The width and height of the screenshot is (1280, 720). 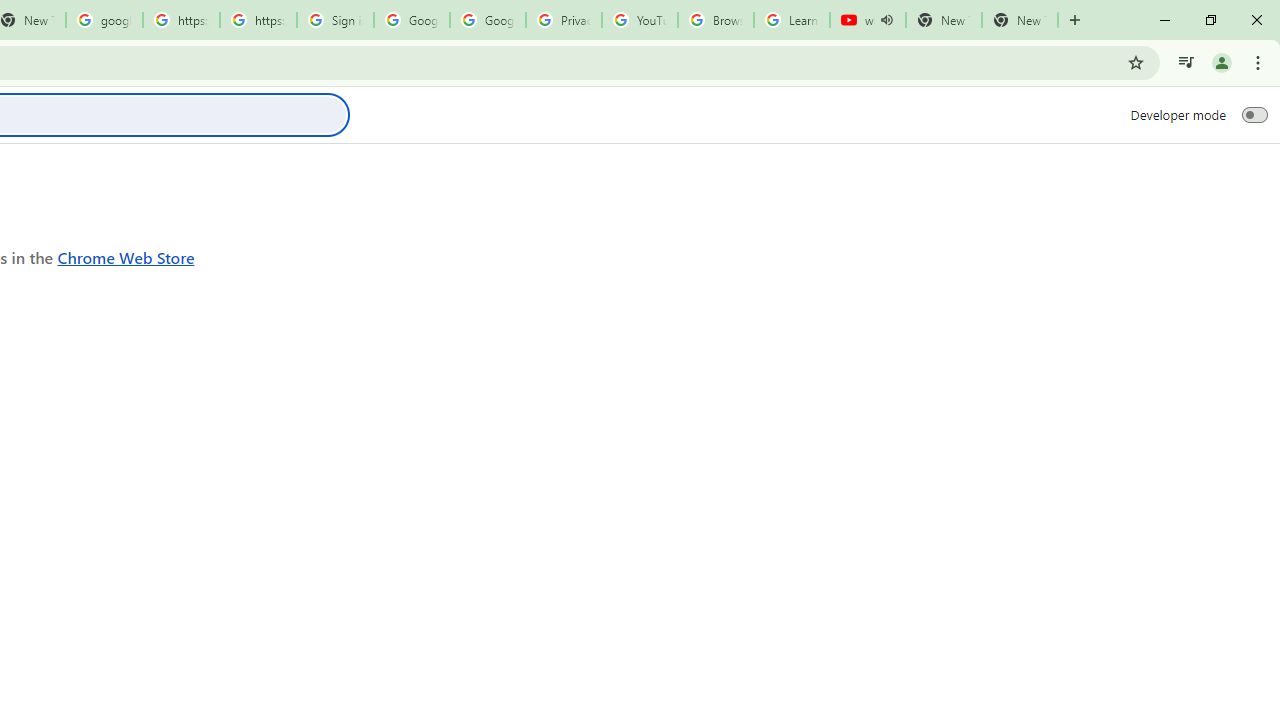 I want to click on 'YouTube', so click(x=640, y=20).